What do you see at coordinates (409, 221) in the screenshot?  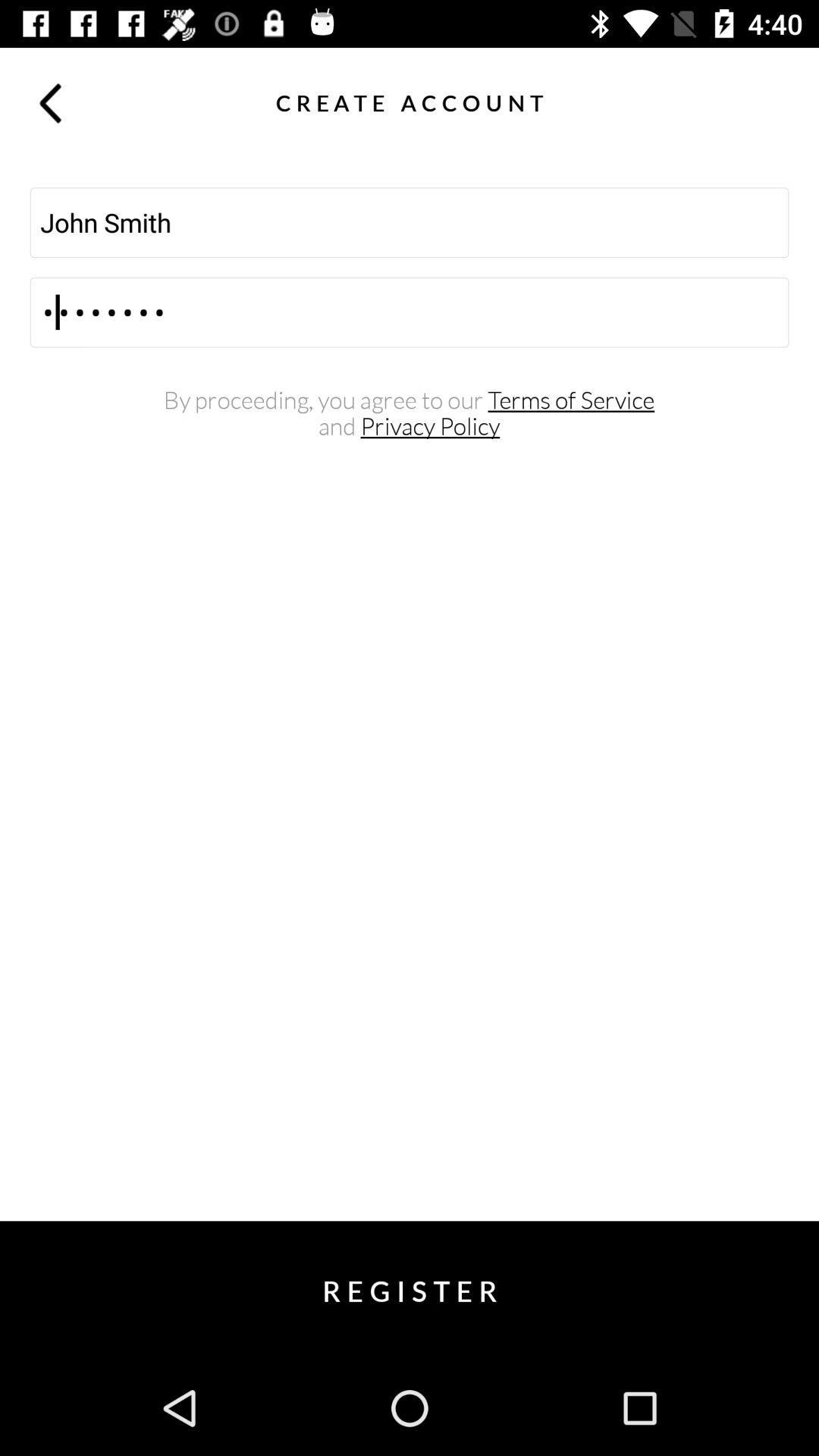 I see `the icon above the crod3116` at bounding box center [409, 221].